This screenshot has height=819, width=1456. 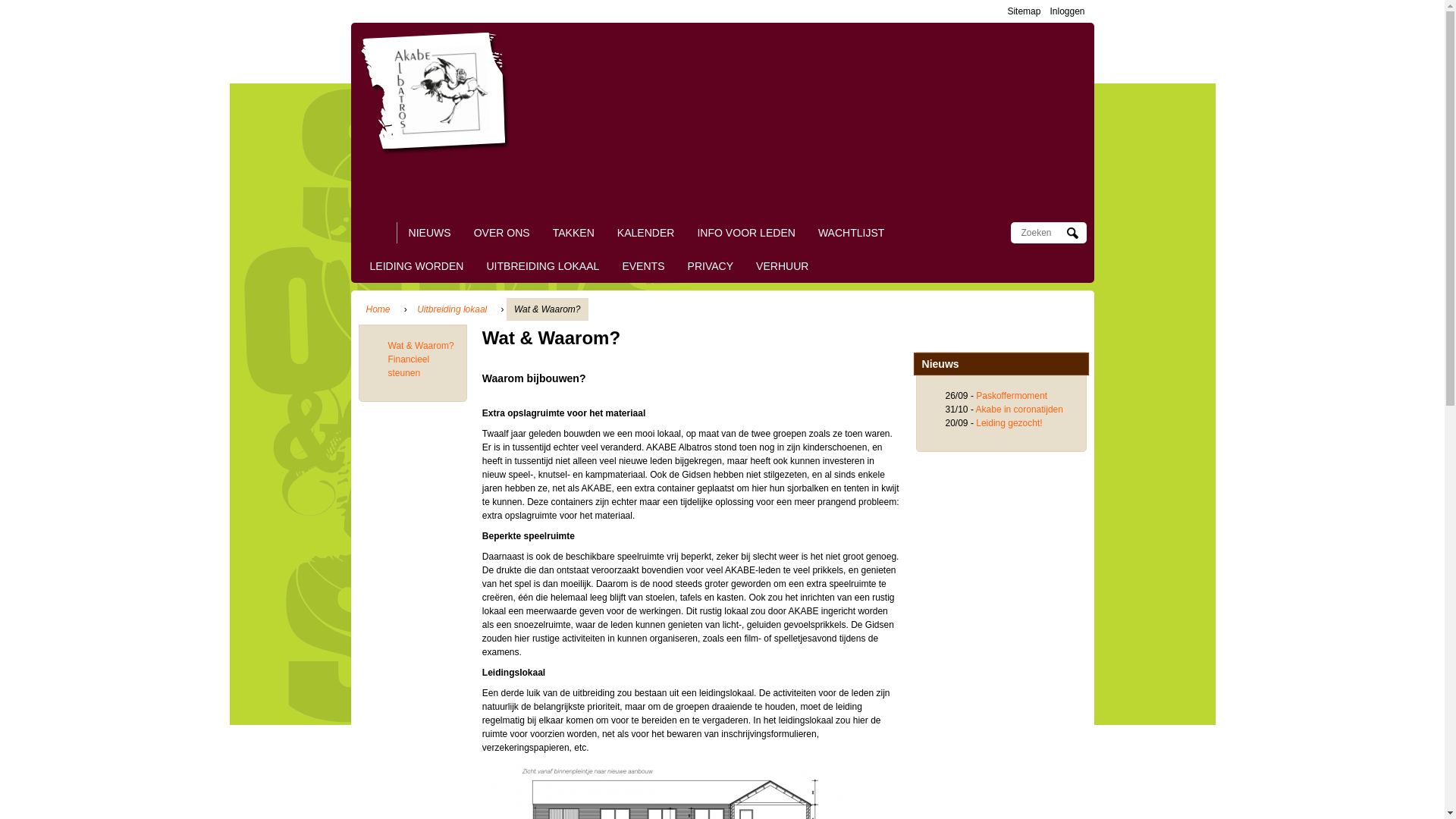 What do you see at coordinates (643, 265) in the screenshot?
I see `'EVENTS'` at bounding box center [643, 265].